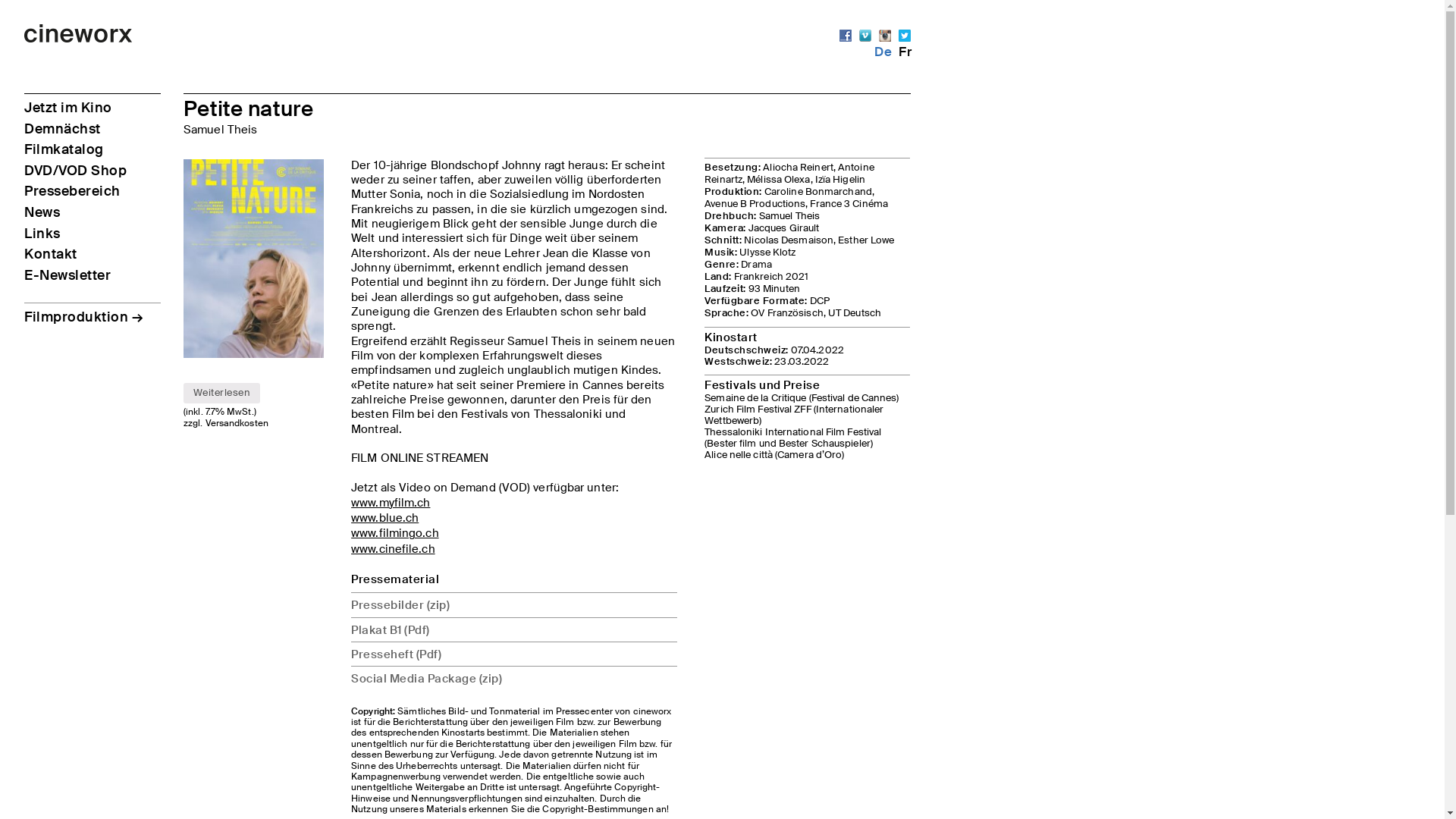  Describe the element at coordinates (182, 393) in the screenshot. I see `'Weiterlesen'` at that location.